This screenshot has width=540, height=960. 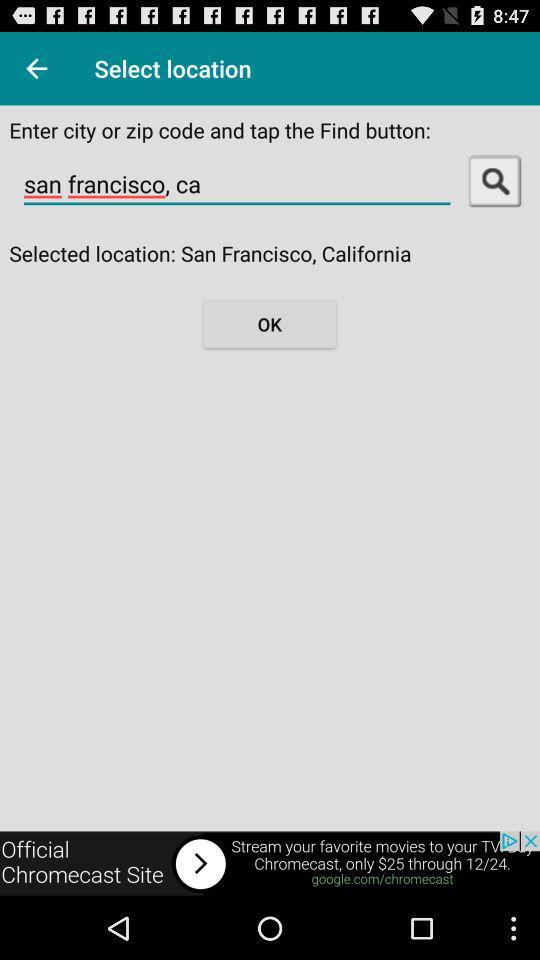 I want to click on search option, so click(x=494, y=179).